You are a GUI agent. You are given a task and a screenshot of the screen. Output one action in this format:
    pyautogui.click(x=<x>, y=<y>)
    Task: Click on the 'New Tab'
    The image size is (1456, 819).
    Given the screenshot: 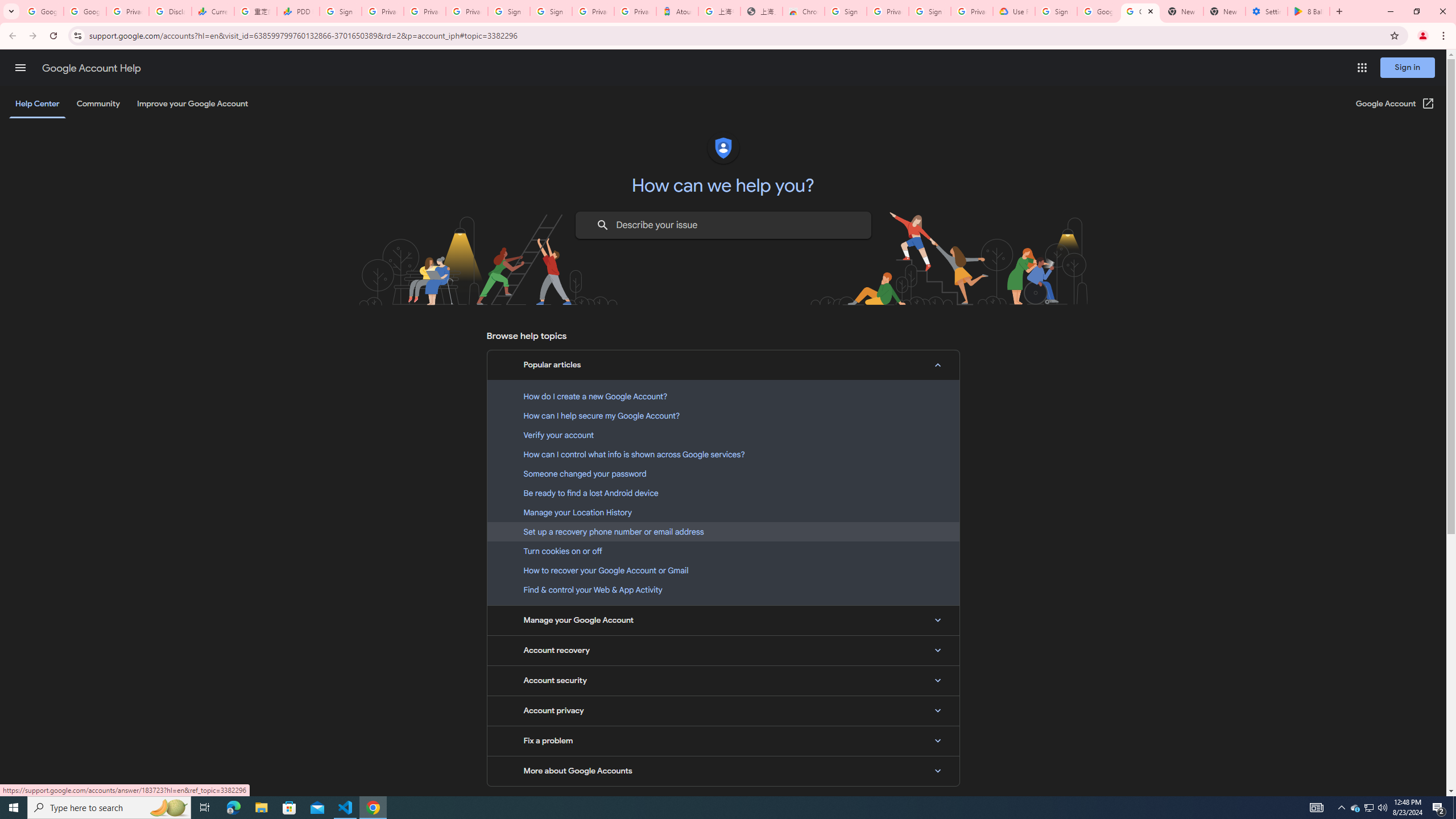 What is the action you would take?
    pyautogui.click(x=1224, y=11)
    